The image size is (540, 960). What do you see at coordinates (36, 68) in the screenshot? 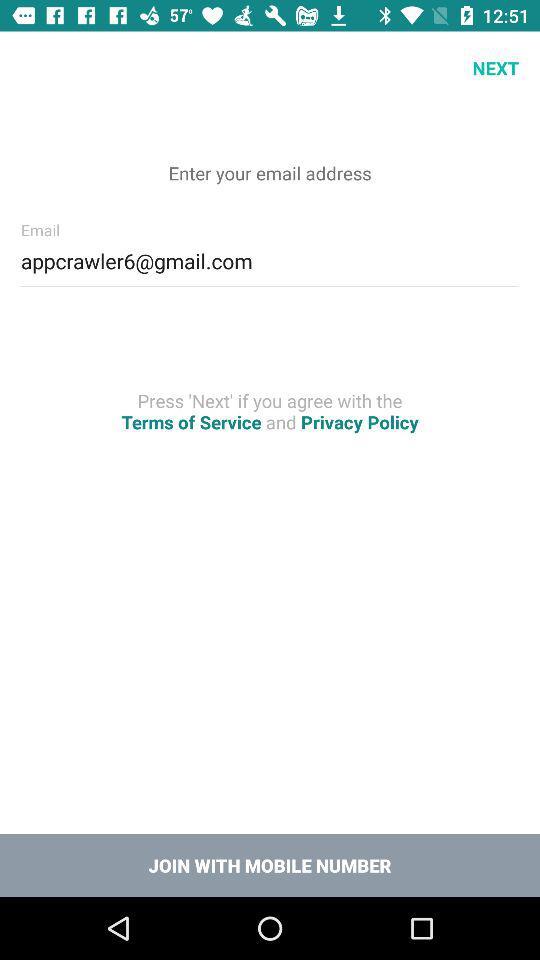
I see `item next to next item` at bounding box center [36, 68].